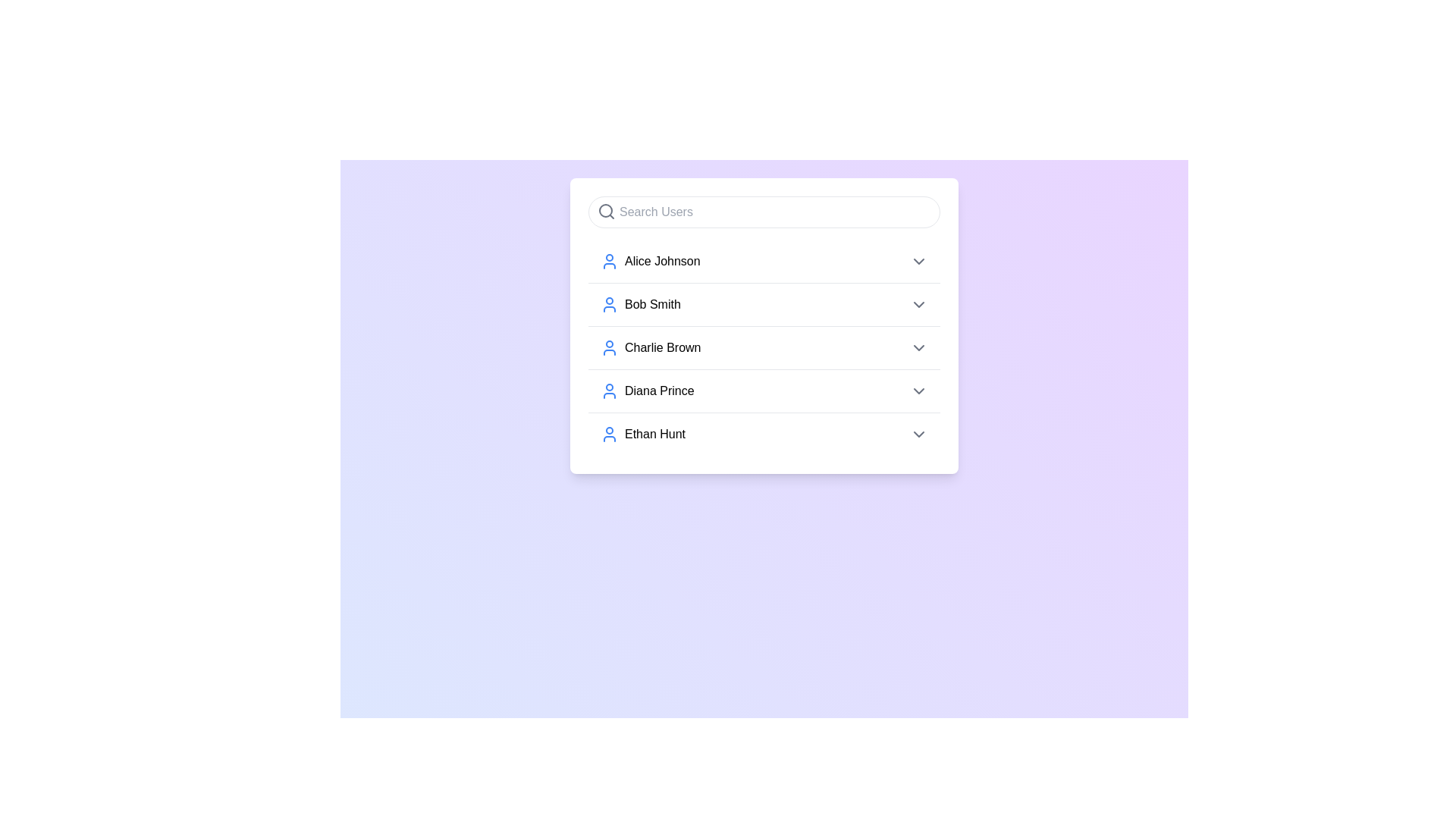 This screenshot has height=819, width=1456. What do you see at coordinates (764, 434) in the screenshot?
I see `the selectable list item for user 'Ethan Hunt' located at the fifth position in the vertical list, between 'Diana Prince' and the subsequent elements` at bounding box center [764, 434].